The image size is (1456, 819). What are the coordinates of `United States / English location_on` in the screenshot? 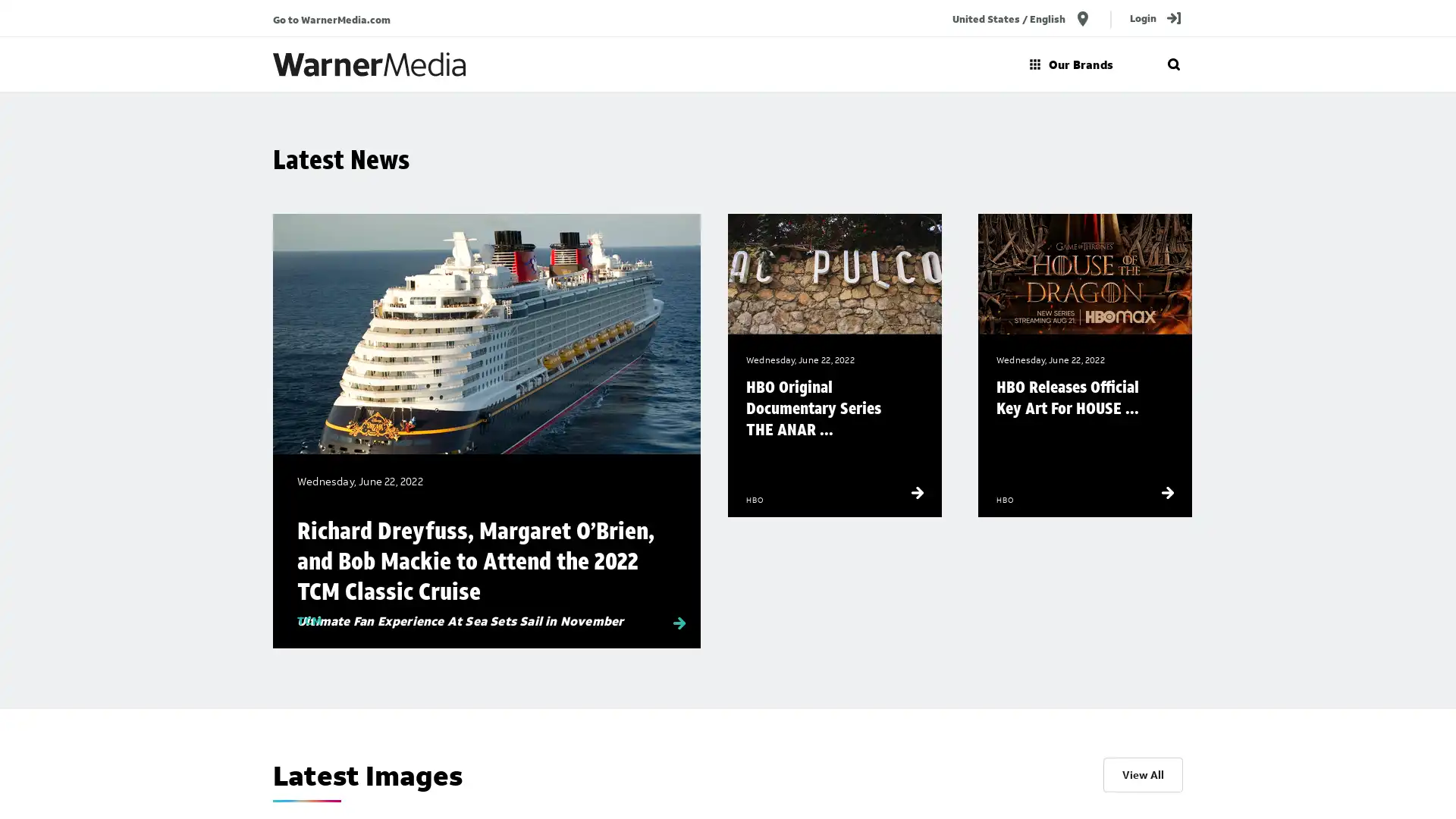 It's located at (1022, 20).